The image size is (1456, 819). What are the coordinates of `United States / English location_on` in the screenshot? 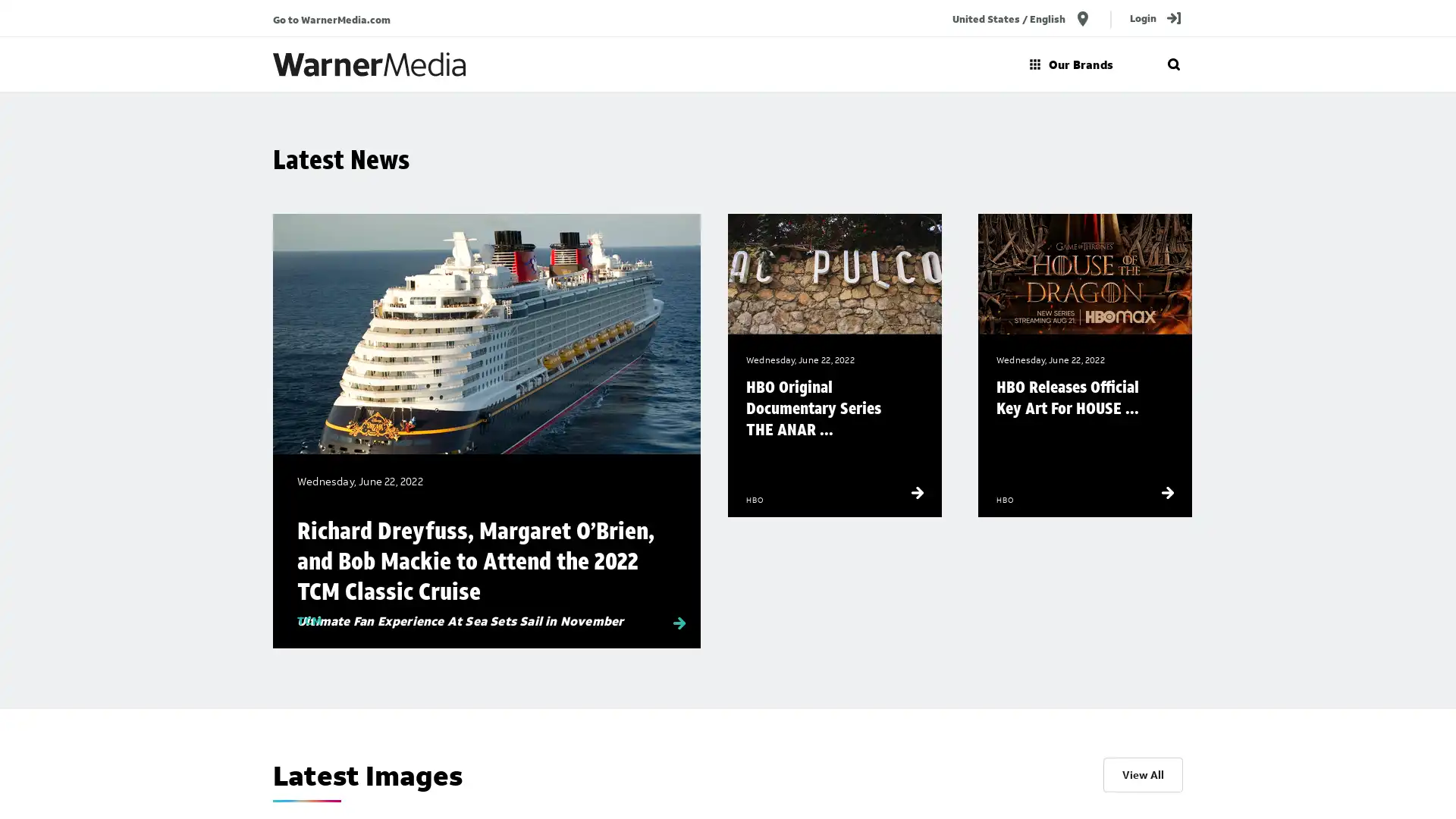 It's located at (1022, 20).